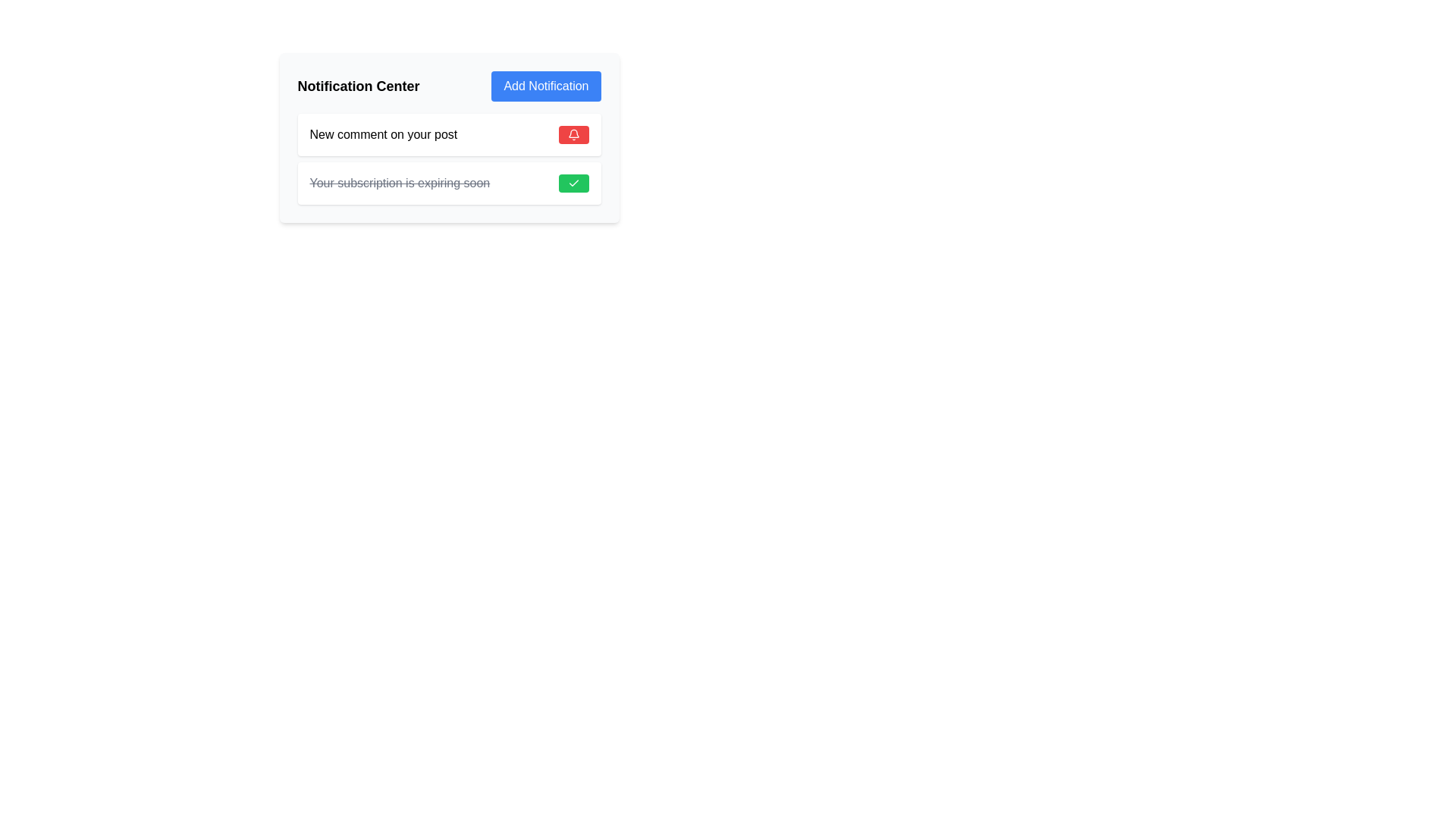 This screenshot has width=1456, height=819. I want to click on the notification icon button with a red background and rounded corners, located to the right of the text 'New comment on your post', so click(573, 133).